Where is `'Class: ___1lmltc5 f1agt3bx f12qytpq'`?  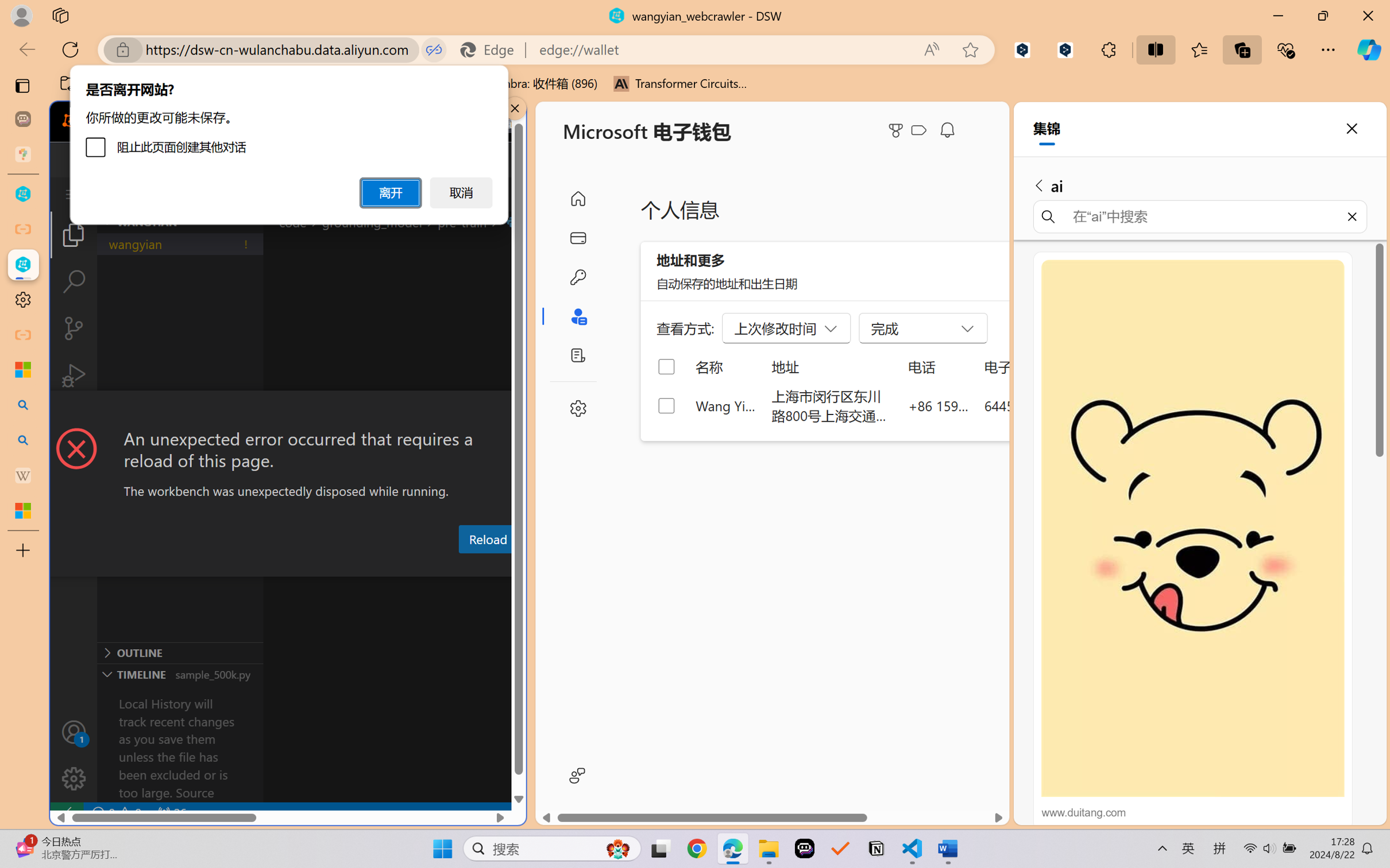
'Class: ___1lmltc5 f1agt3bx f12qytpq' is located at coordinates (918, 130).